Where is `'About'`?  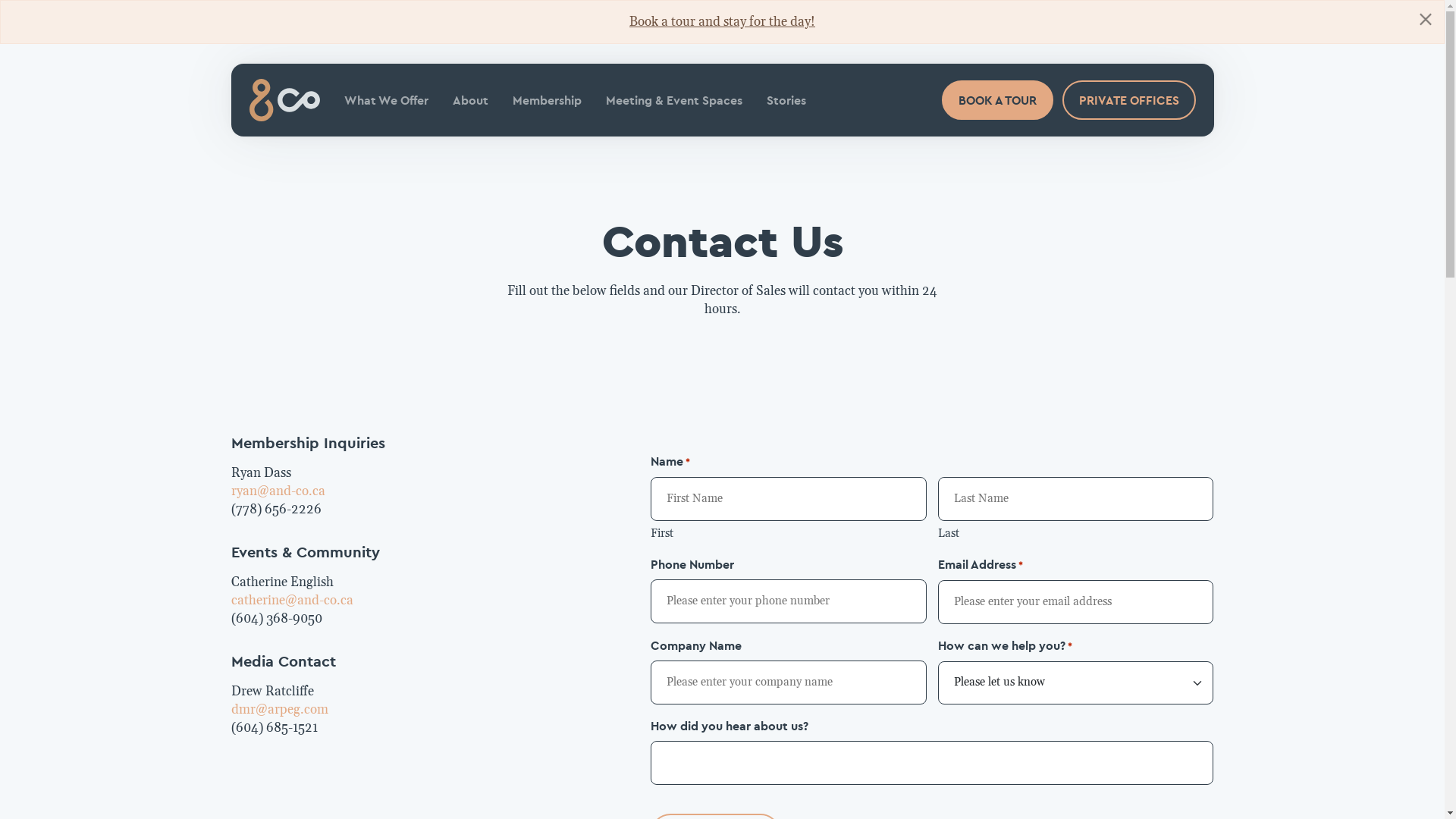 'About' is located at coordinates (469, 99).